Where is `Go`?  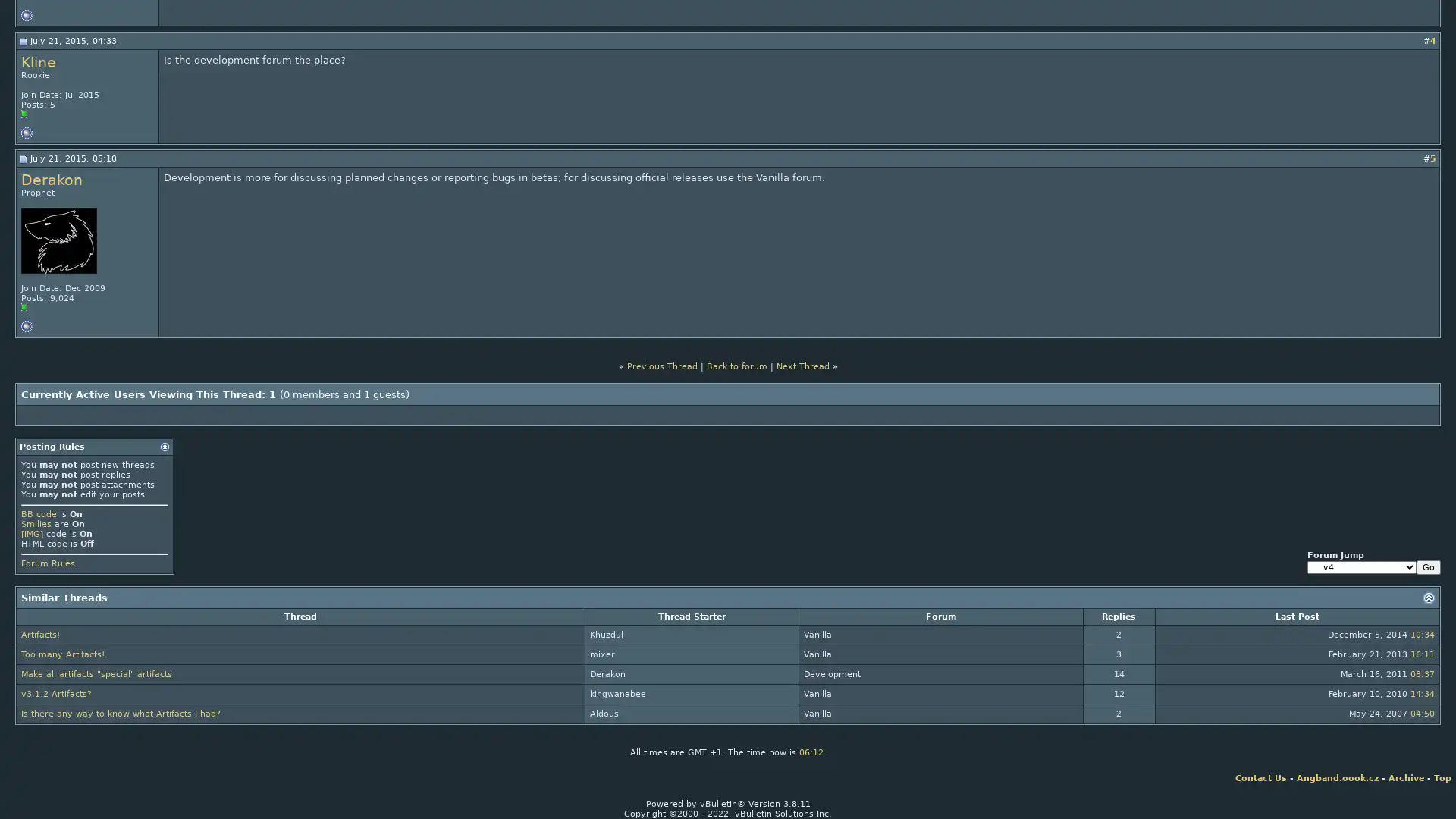 Go is located at coordinates (1427, 567).